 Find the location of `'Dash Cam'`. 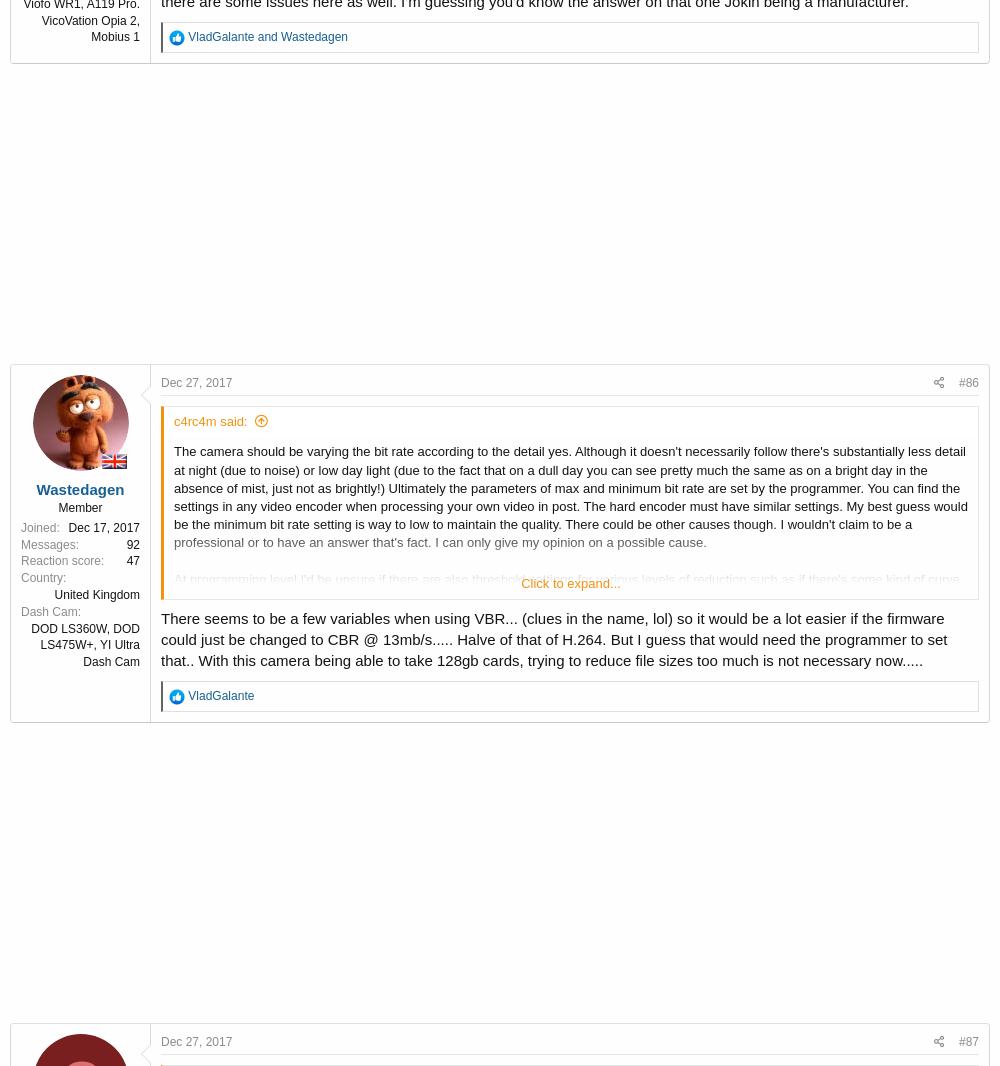

'Dash Cam' is located at coordinates (49, 610).